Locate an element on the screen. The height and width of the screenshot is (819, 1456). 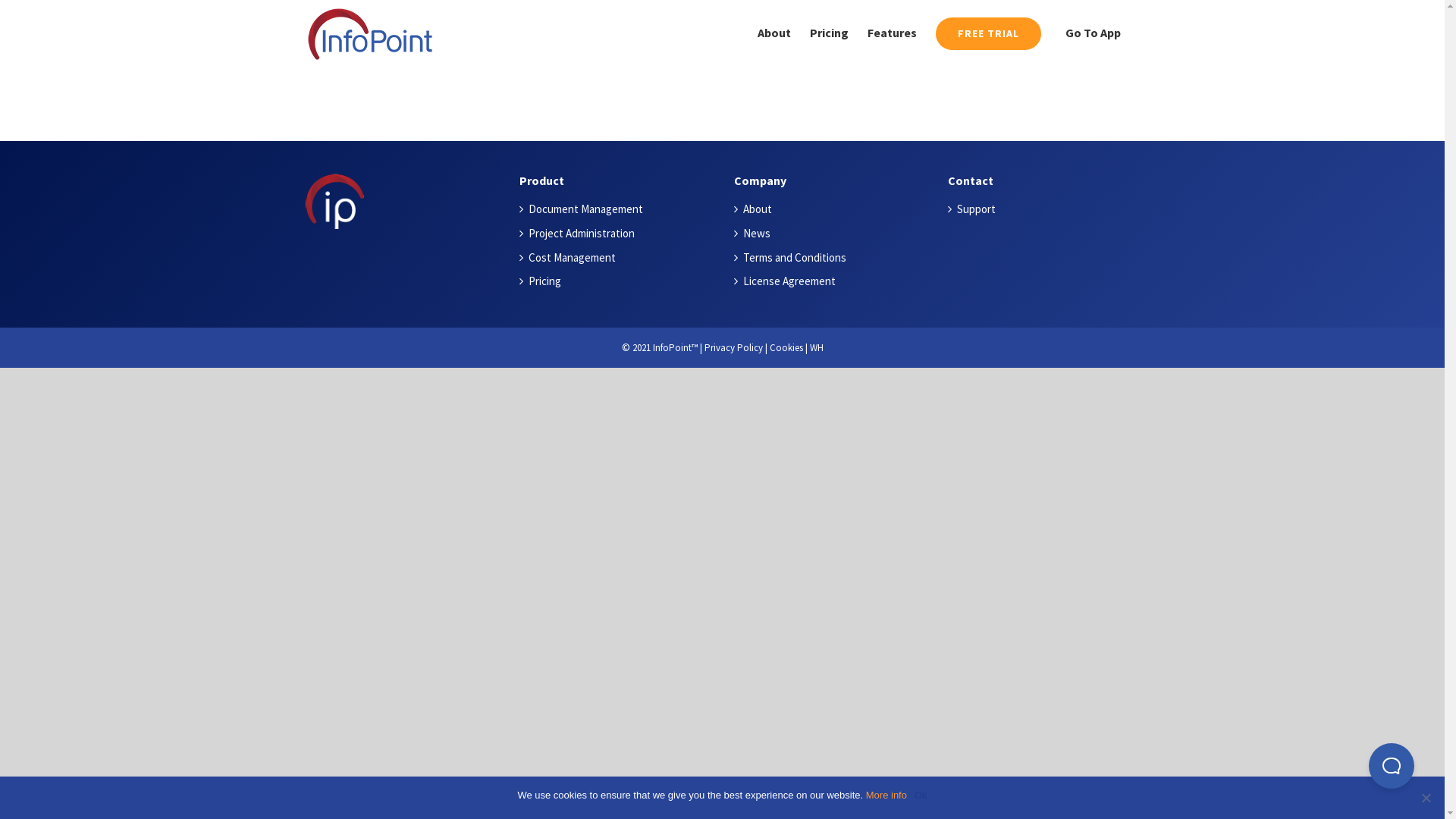
'Cost Management' is located at coordinates (620, 256).